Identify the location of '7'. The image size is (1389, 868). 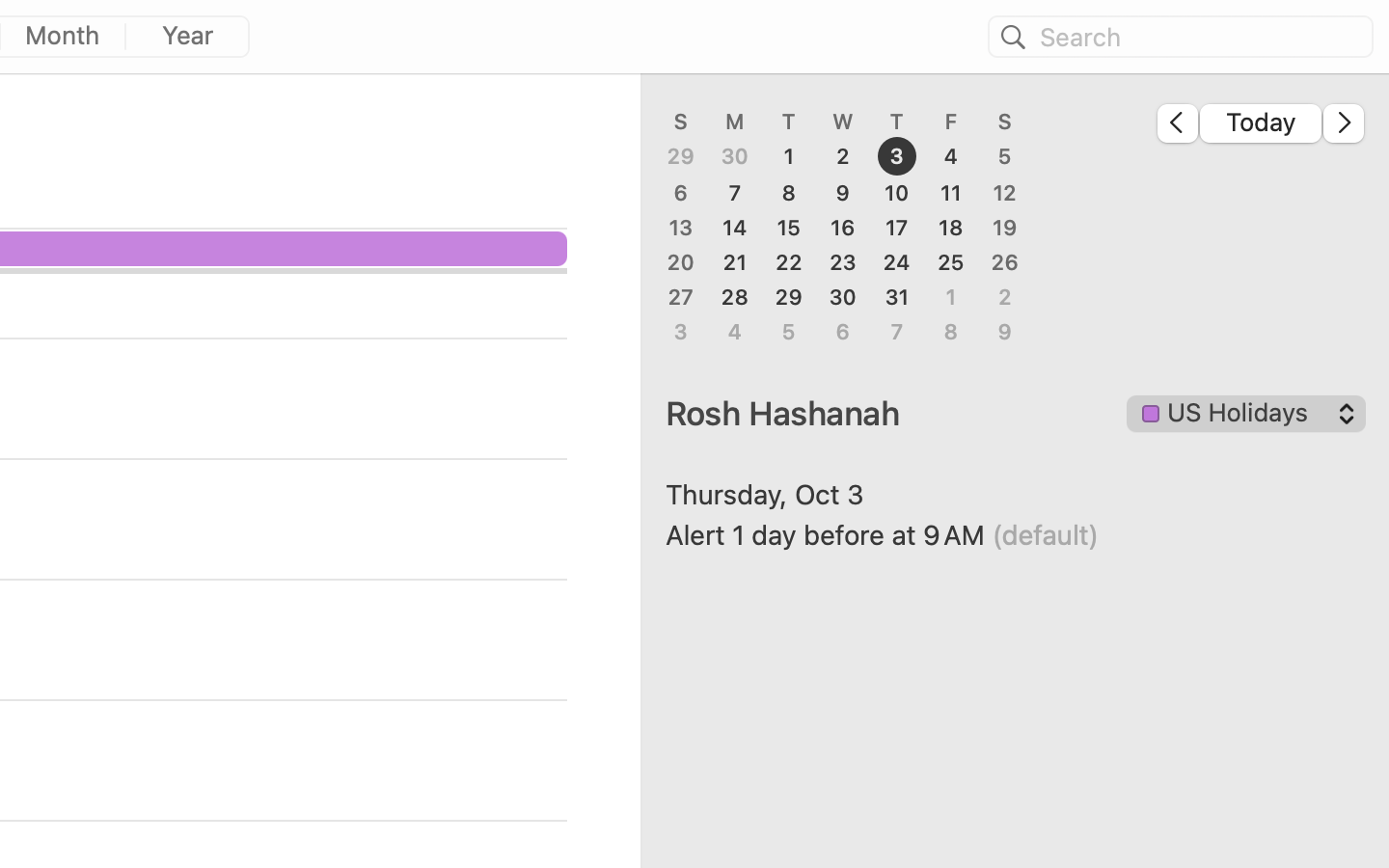
(734, 192).